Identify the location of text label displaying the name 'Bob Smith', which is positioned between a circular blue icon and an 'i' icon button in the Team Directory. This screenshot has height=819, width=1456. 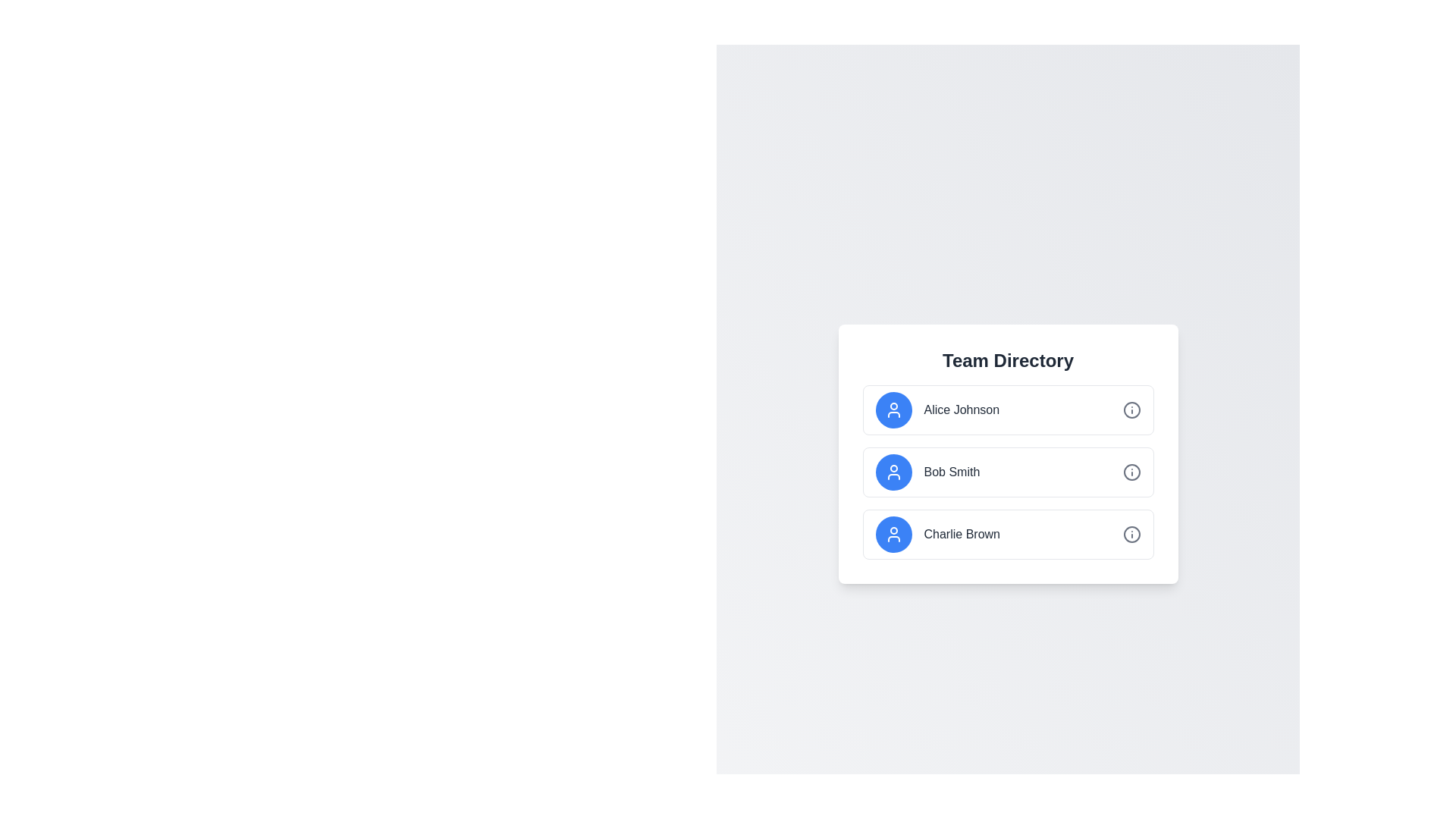
(951, 472).